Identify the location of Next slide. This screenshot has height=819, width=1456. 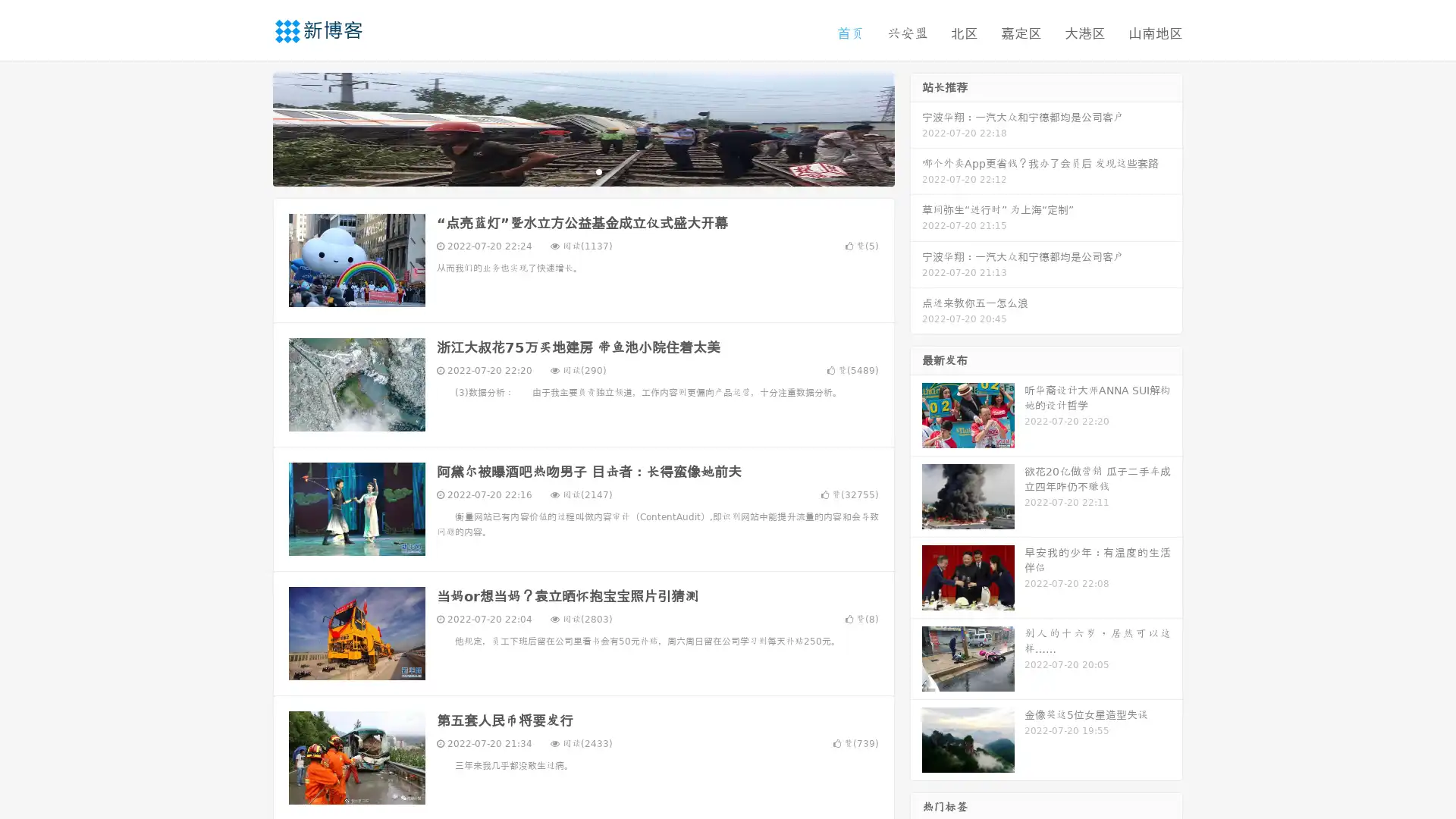
(916, 127).